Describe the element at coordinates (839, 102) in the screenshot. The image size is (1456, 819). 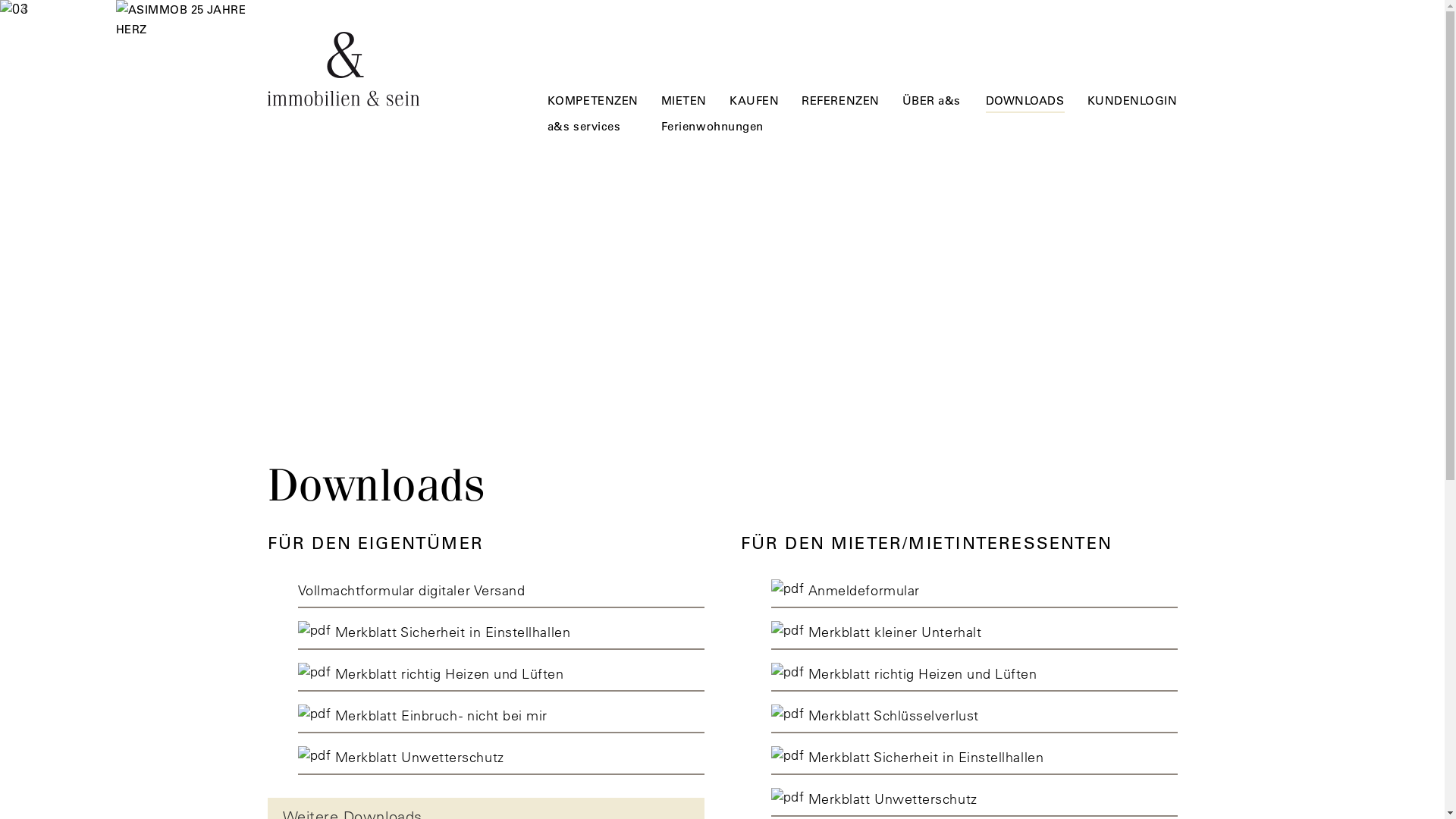
I see `'REFERENZEN'` at that location.